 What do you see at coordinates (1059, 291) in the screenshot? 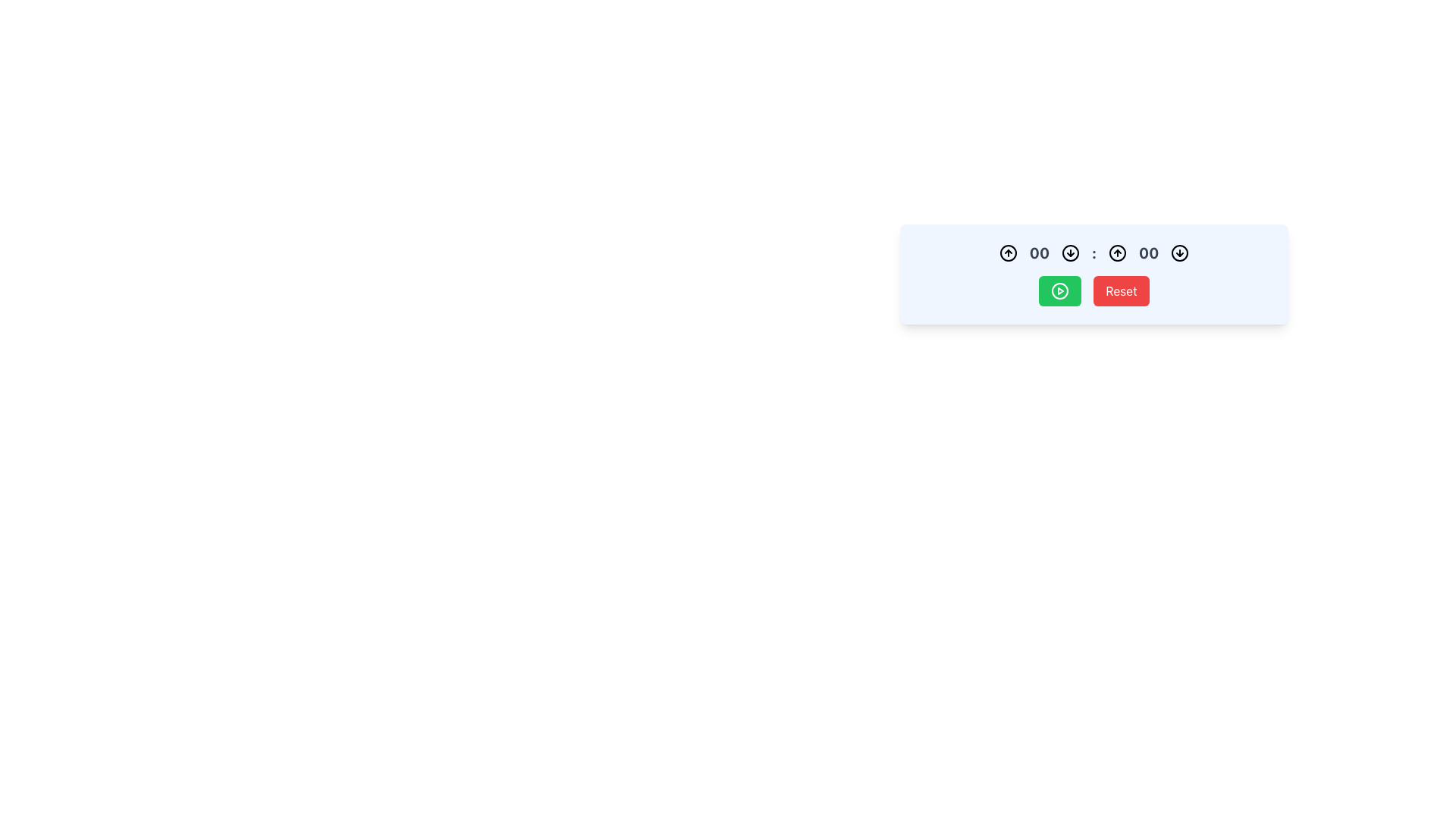
I see `the Icon Button located in the lower portion of the interface` at bounding box center [1059, 291].